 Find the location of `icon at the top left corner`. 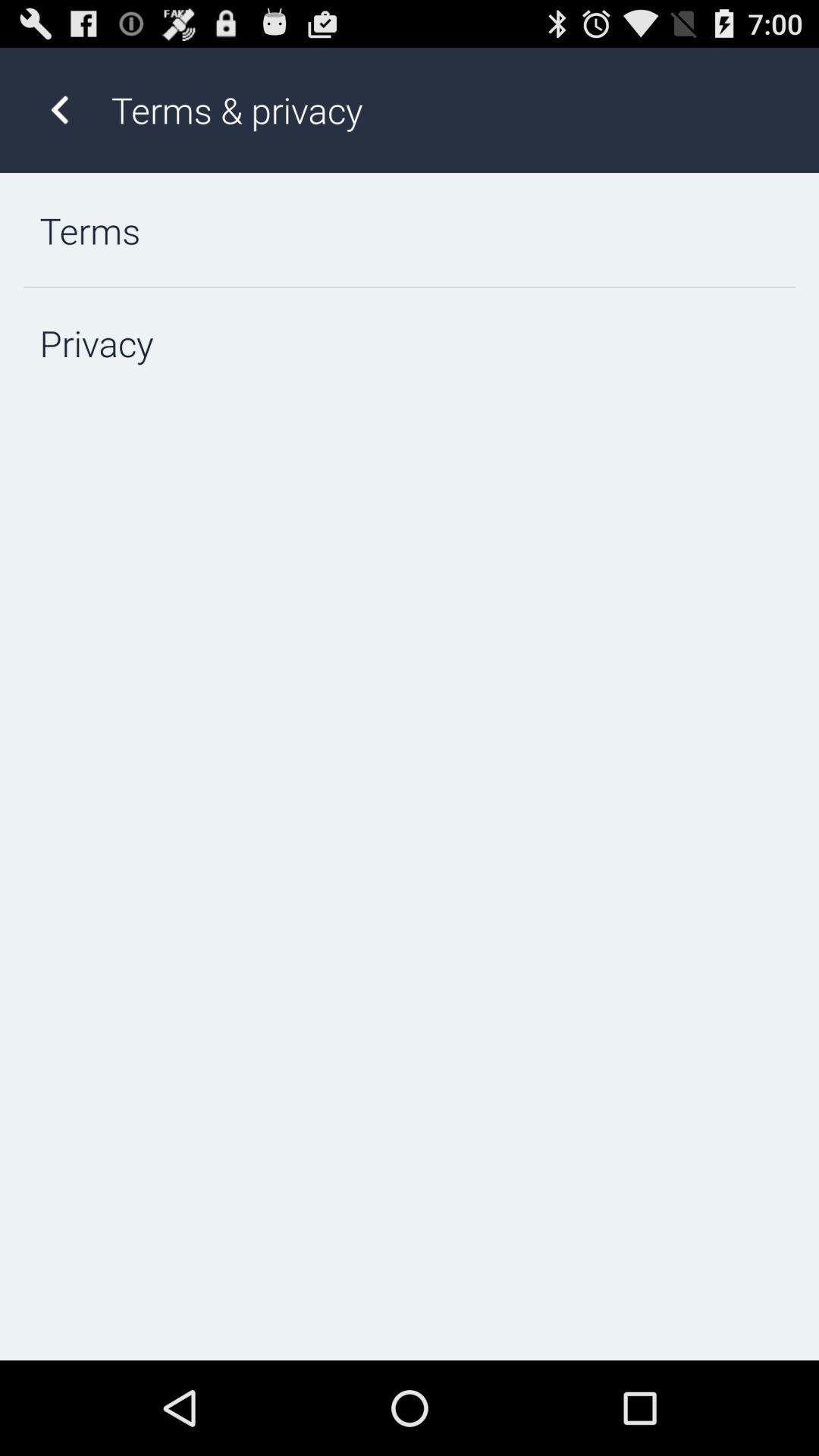

icon at the top left corner is located at coordinates (58, 109).